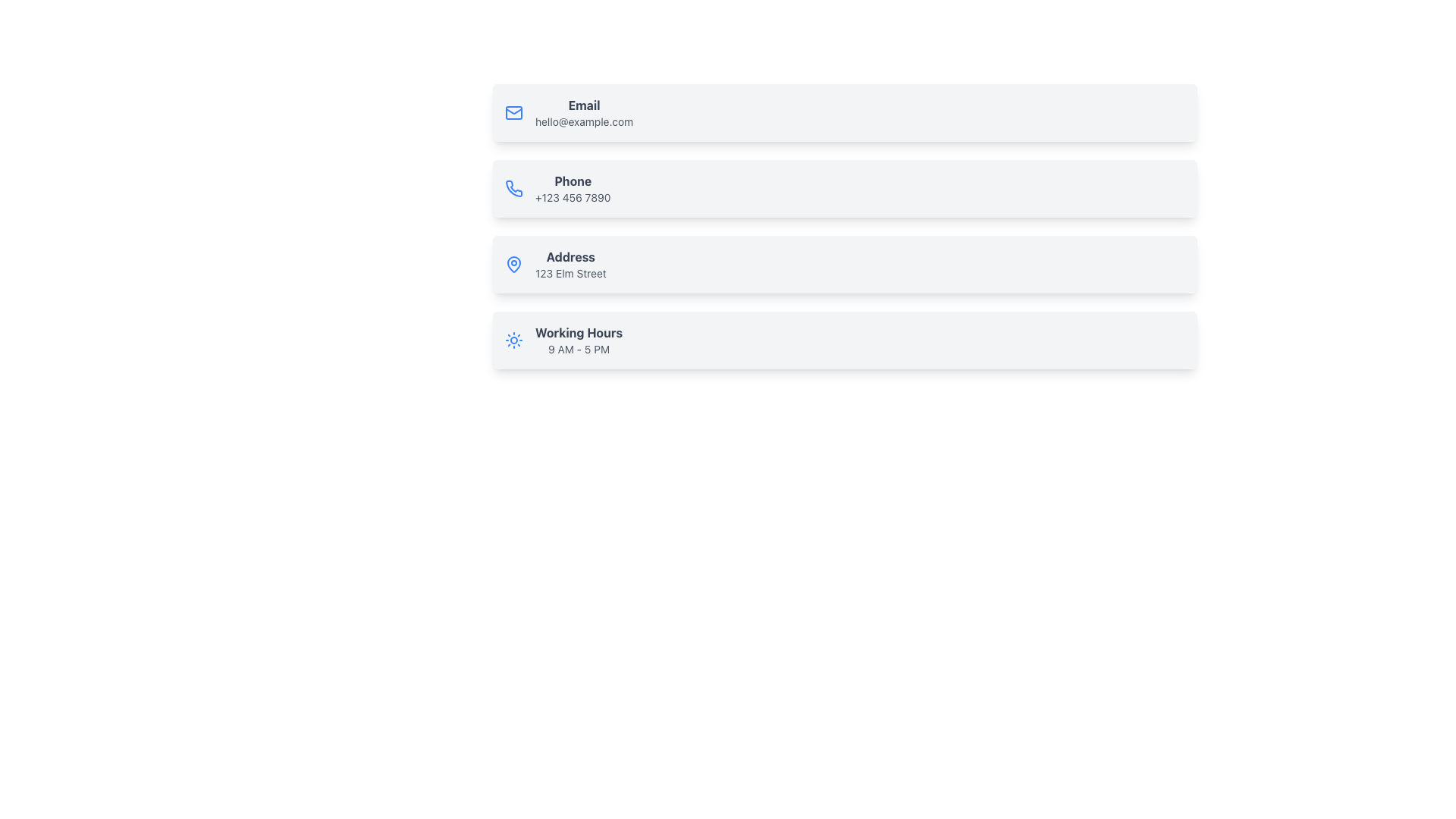 The height and width of the screenshot is (819, 1456). What do you see at coordinates (513, 110) in the screenshot?
I see `the triangular shape within the envelope icon, which is part of the SVG representation of an email icon, centered at the specified coordinates` at bounding box center [513, 110].